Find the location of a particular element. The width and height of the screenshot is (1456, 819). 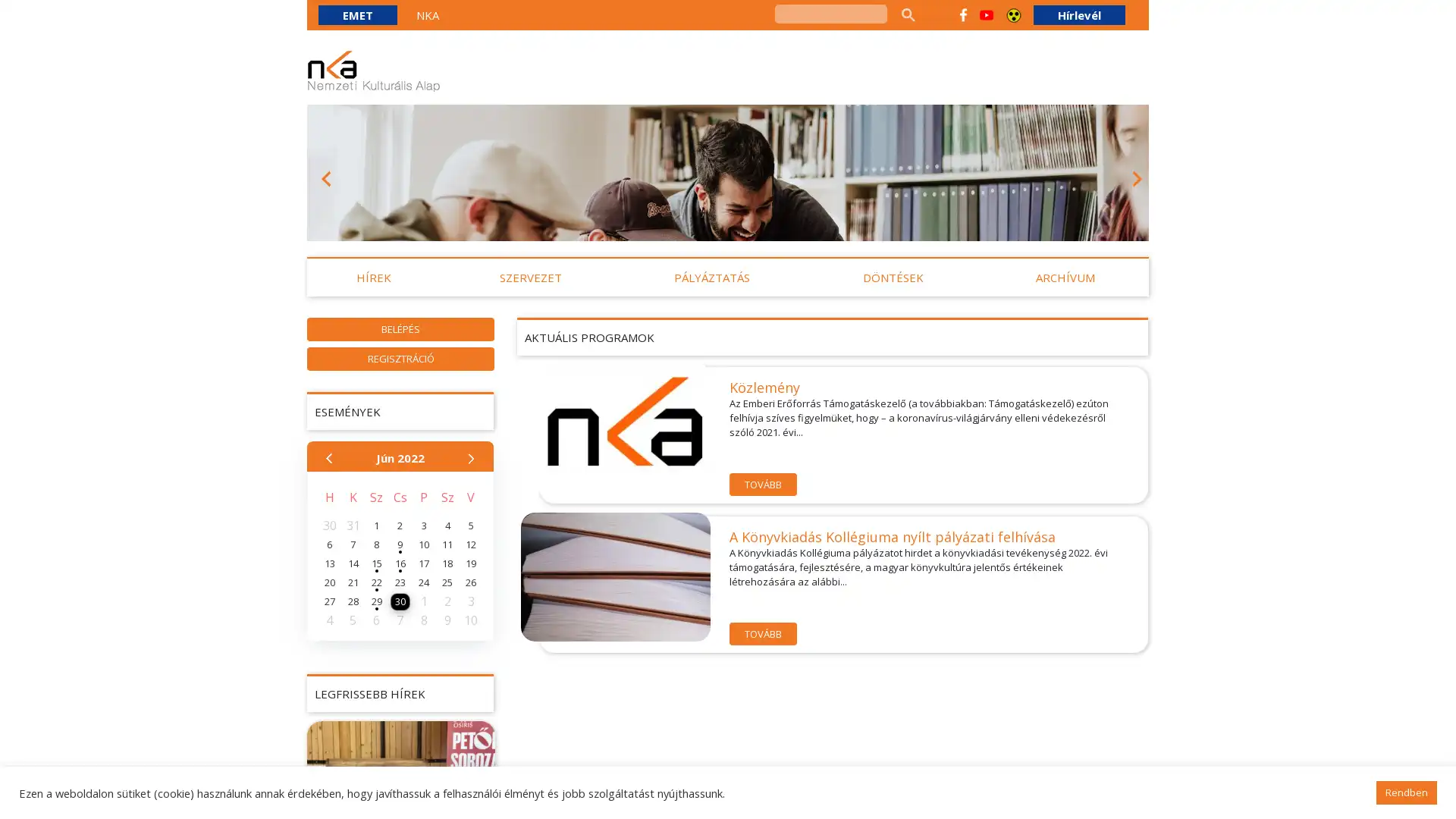

ARCHIVUM is located at coordinates (1065, 278).